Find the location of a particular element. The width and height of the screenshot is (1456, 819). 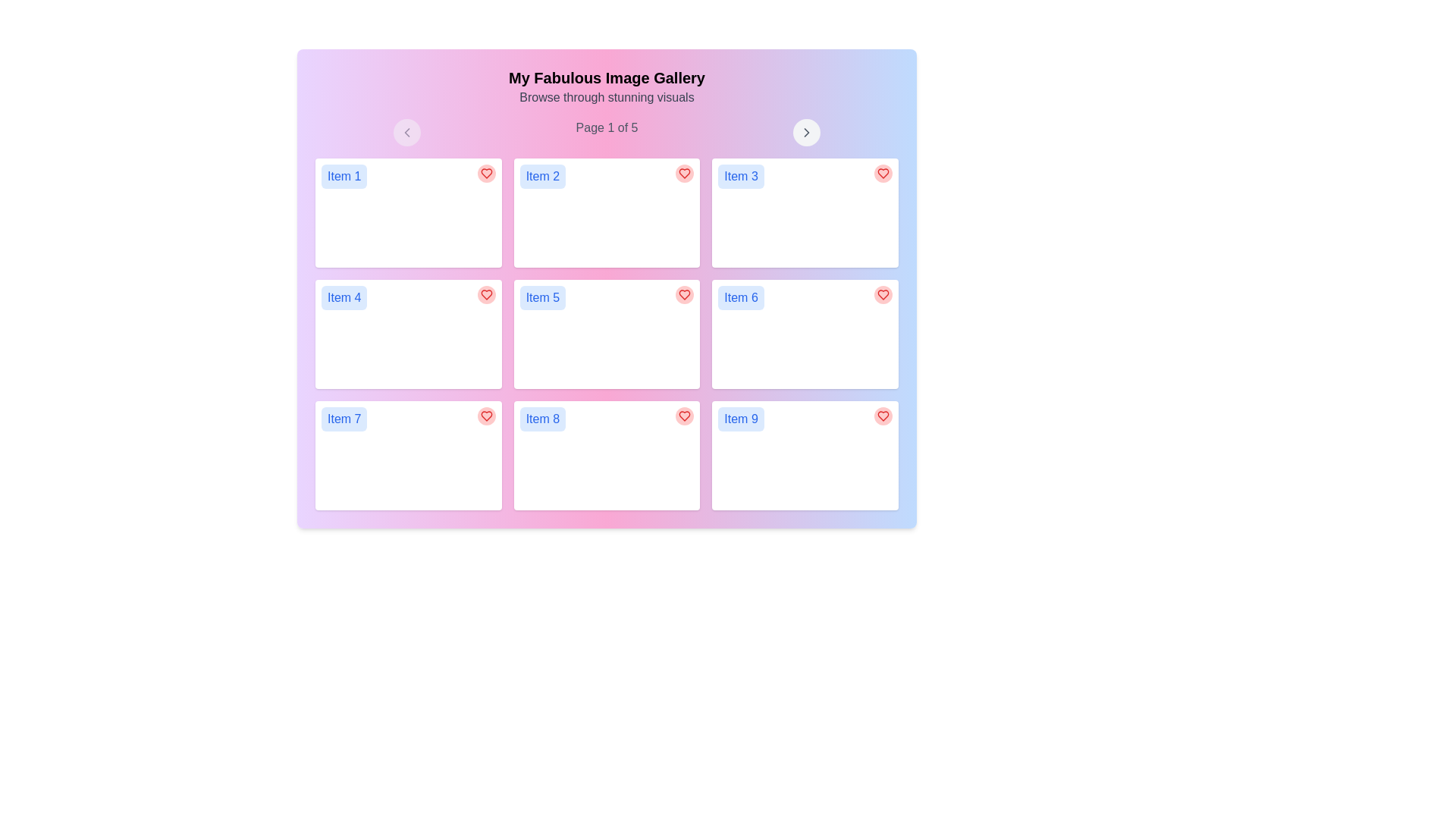

the navigational button located in the pagination section, which is positioned to the left of the 'Page 1 of 5' text is located at coordinates (406, 131).